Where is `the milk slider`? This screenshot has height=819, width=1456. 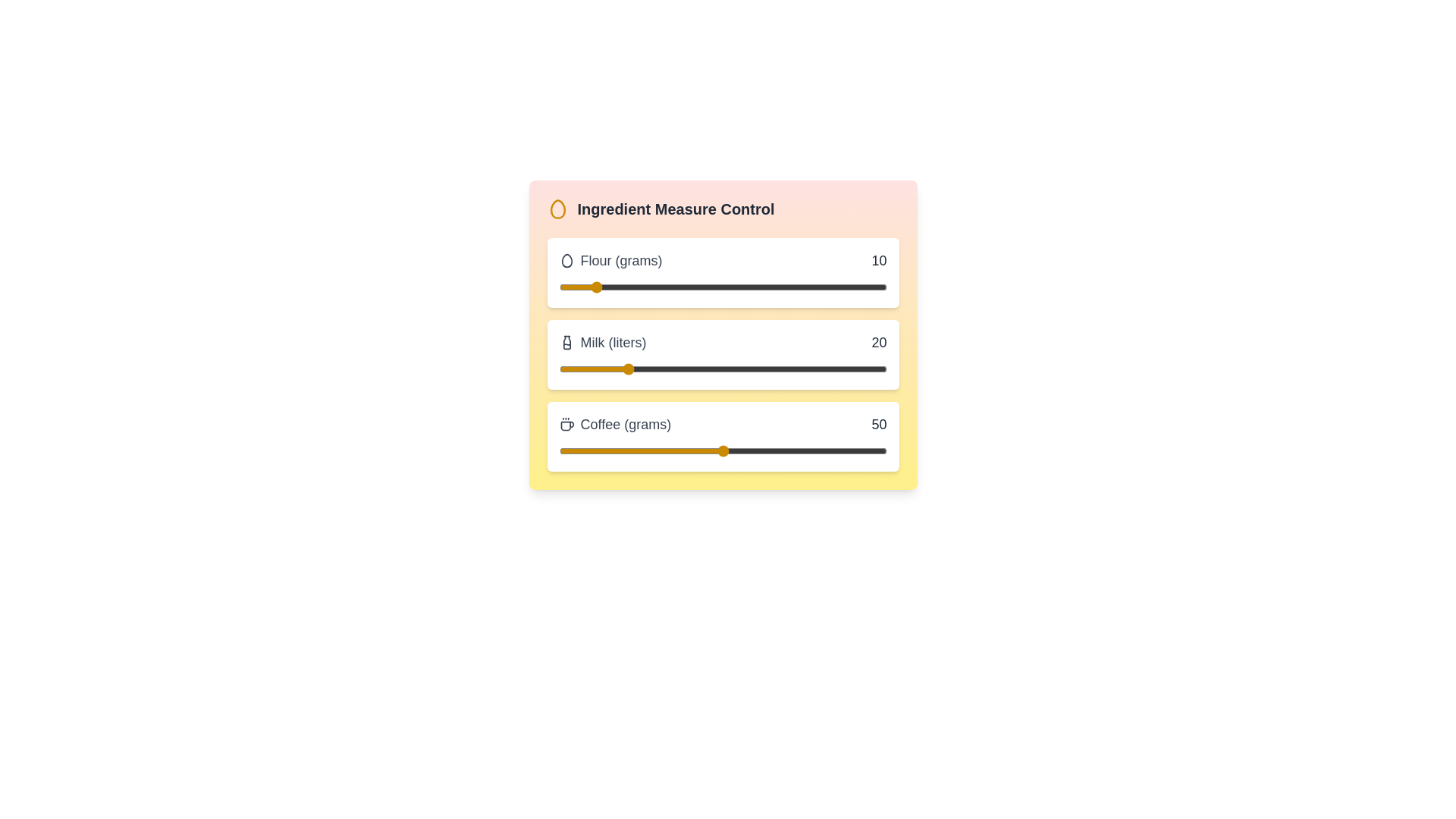
the milk slider is located at coordinates (814, 369).